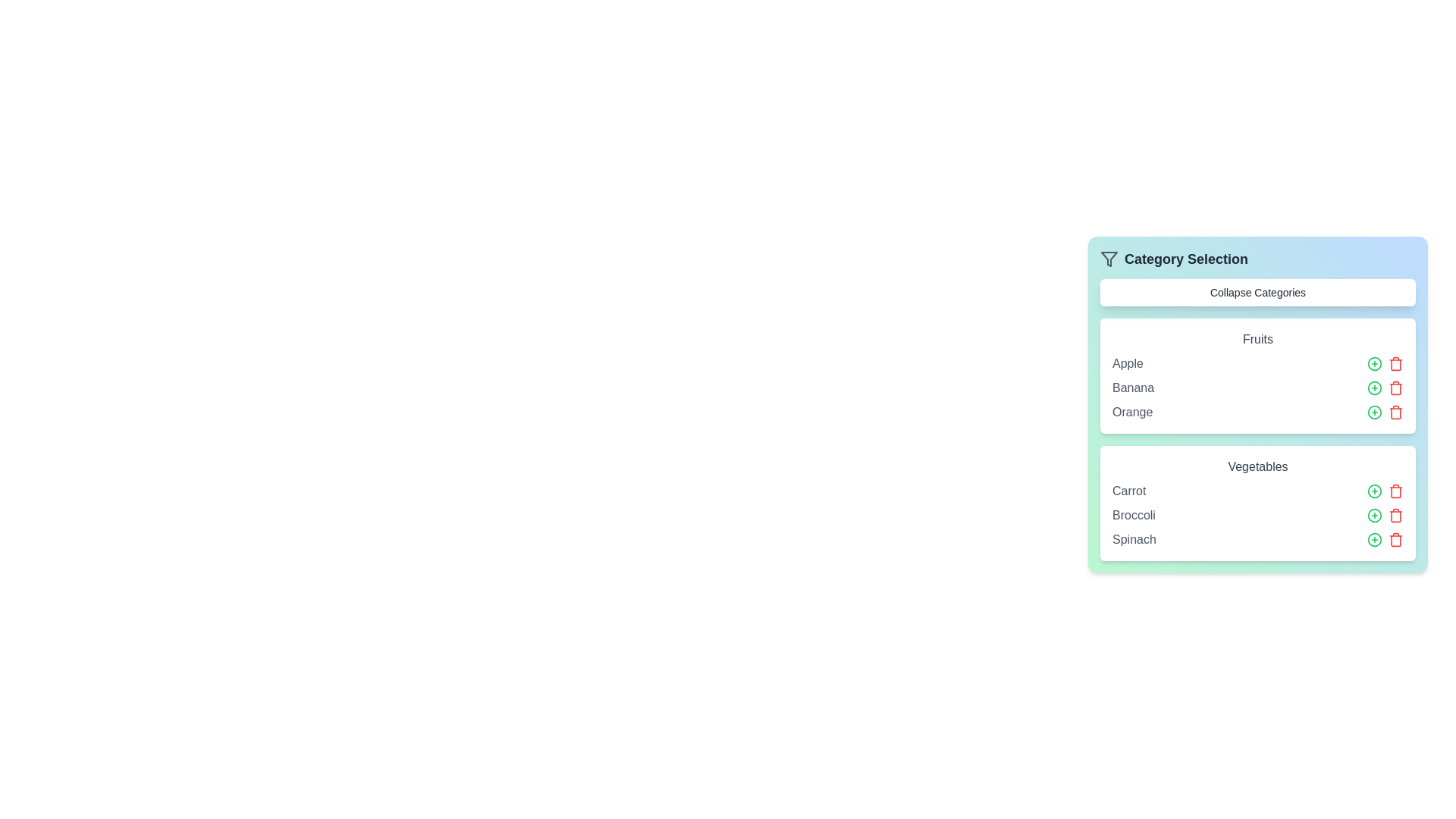  What do you see at coordinates (1395, 388) in the screenshot?
I see `the trash icon next to the item Banana to remove it from the list` at bounding box center [1395, 388].